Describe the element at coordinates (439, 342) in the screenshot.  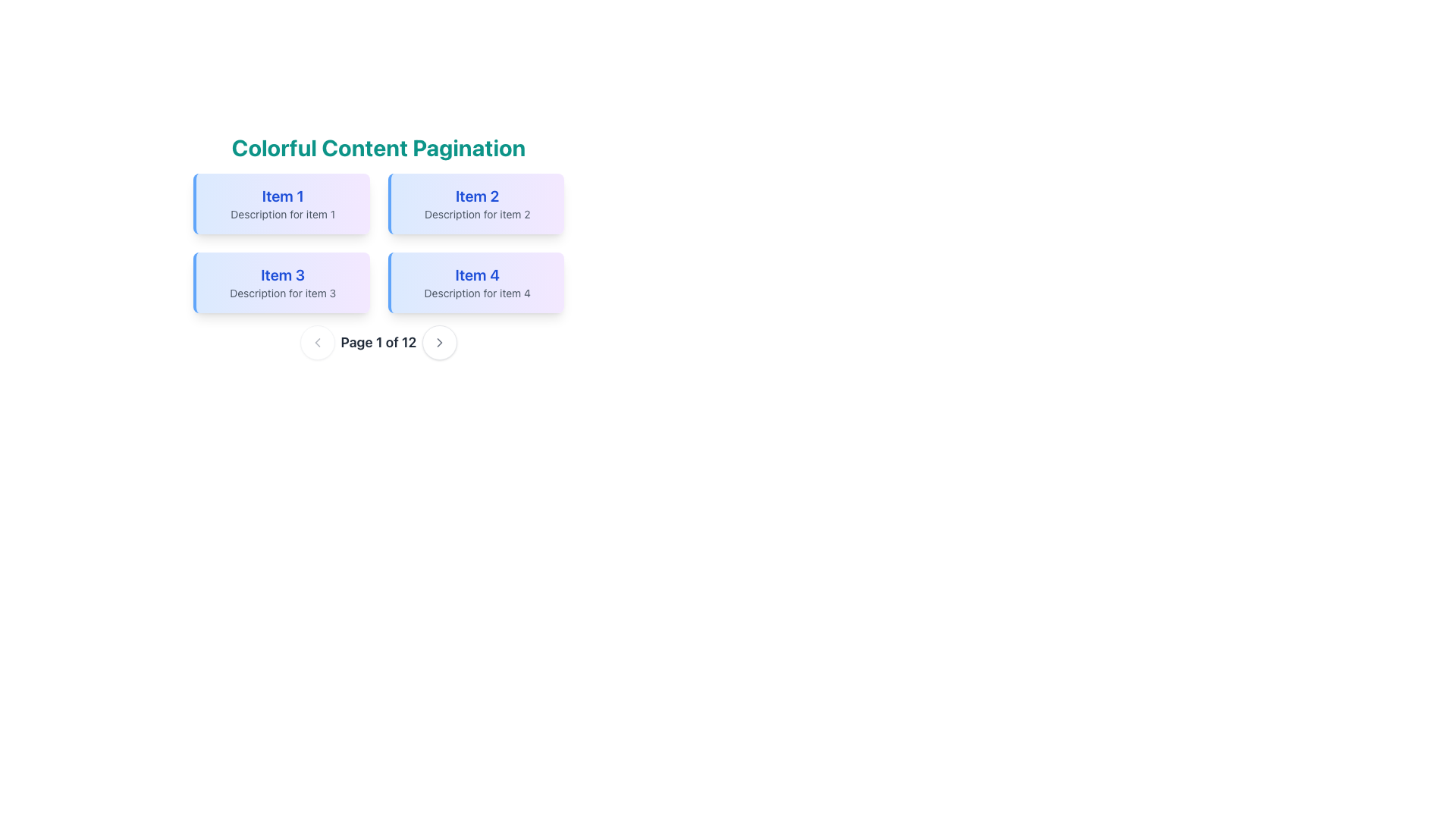
I see `the right-facing chevron arrow icon with a gray stroke and rounded caps, which is part of a circular button near the bottom of the page` at that location.